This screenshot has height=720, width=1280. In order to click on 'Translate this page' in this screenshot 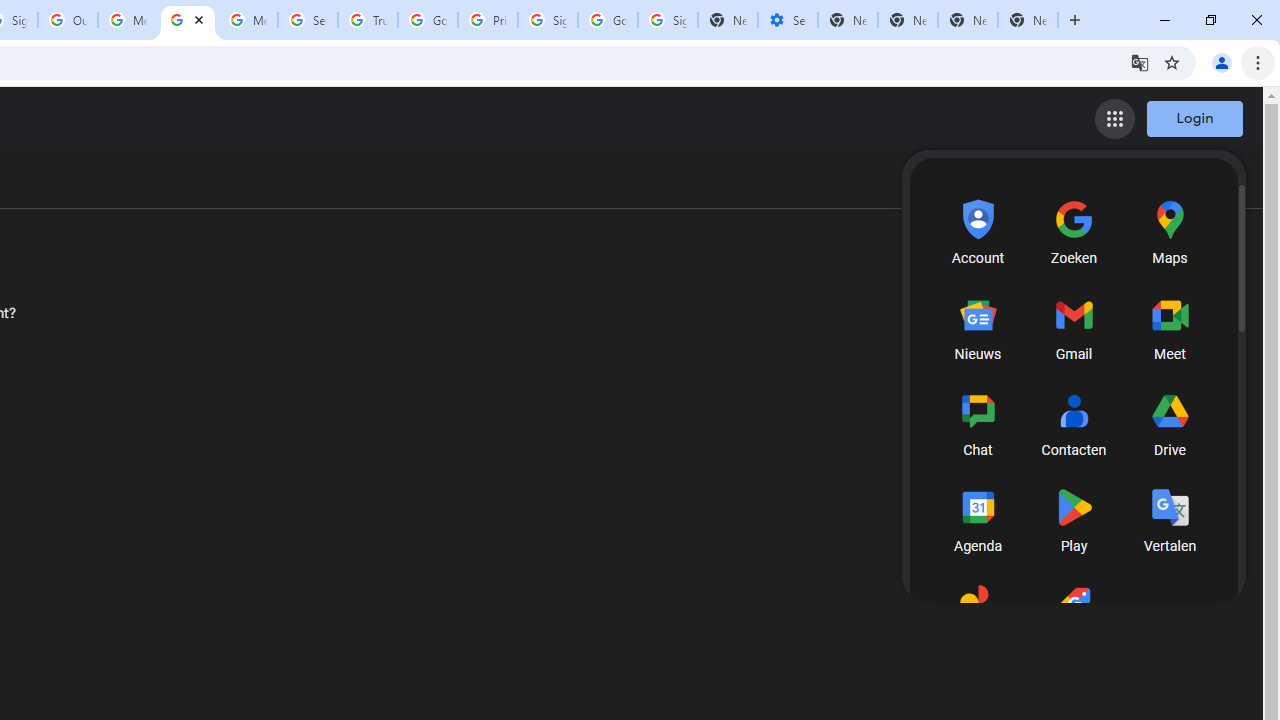, I will do `click(1139, 61)`.